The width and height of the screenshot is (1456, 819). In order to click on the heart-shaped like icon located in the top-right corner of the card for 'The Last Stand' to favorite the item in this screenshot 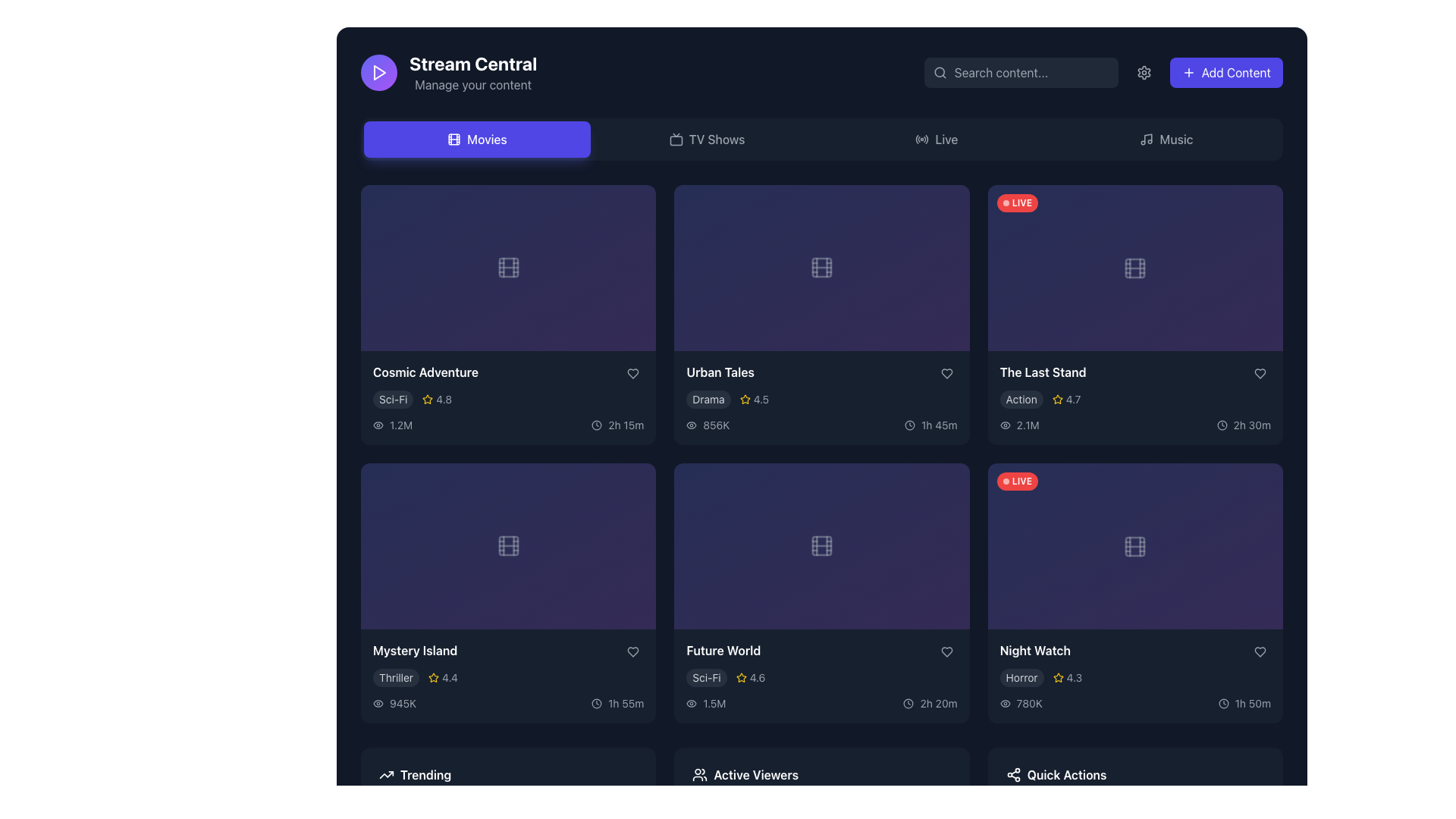, I will do `click(1260, 374)`.